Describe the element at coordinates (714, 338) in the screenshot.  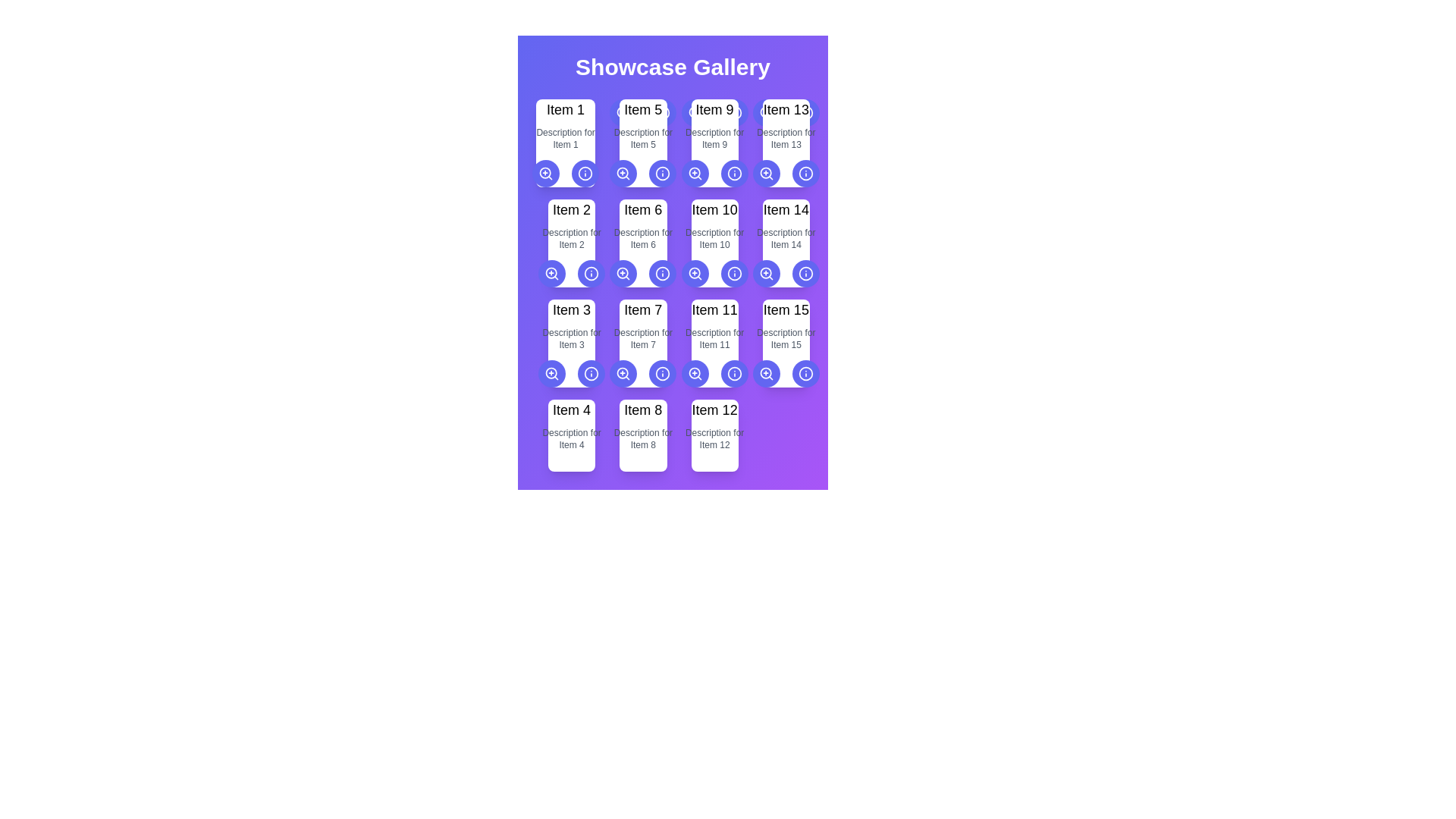
I see `the text label displaying 'Description for Item 11', which is styled in gray color and located within the card of 'Item 11'` at that location.